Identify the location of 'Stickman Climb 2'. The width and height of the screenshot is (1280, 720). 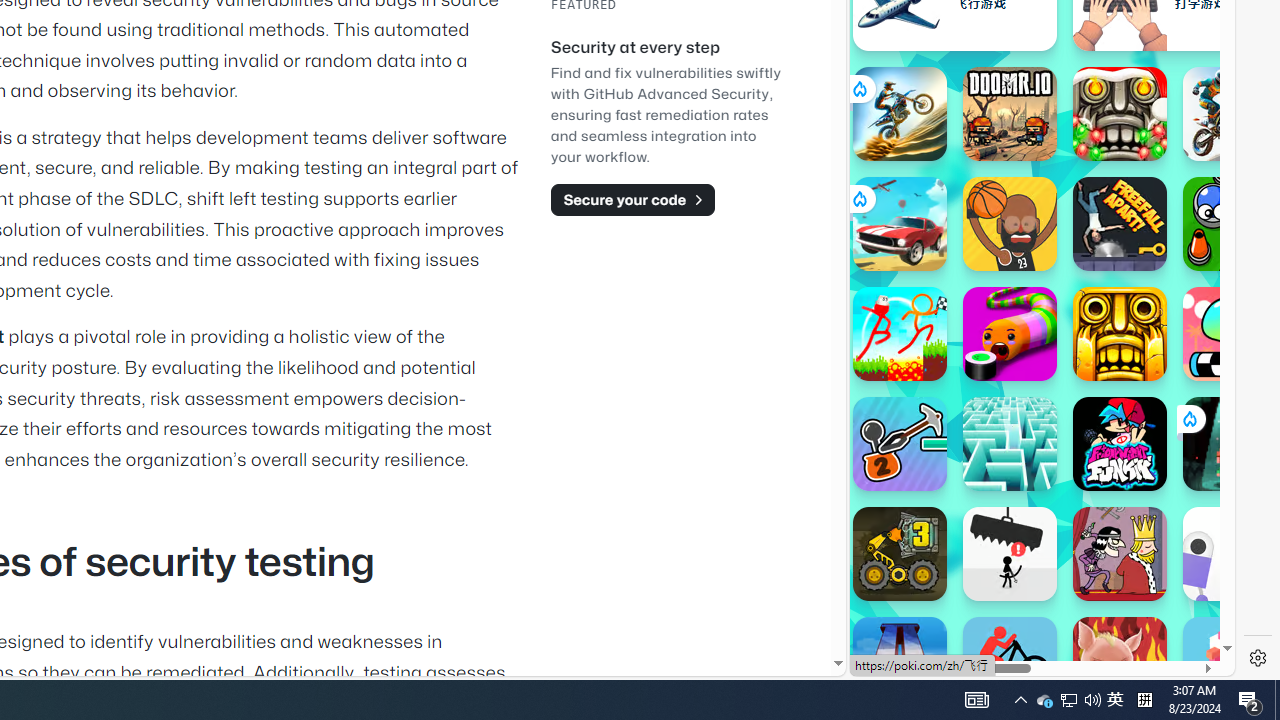
(898, 442).